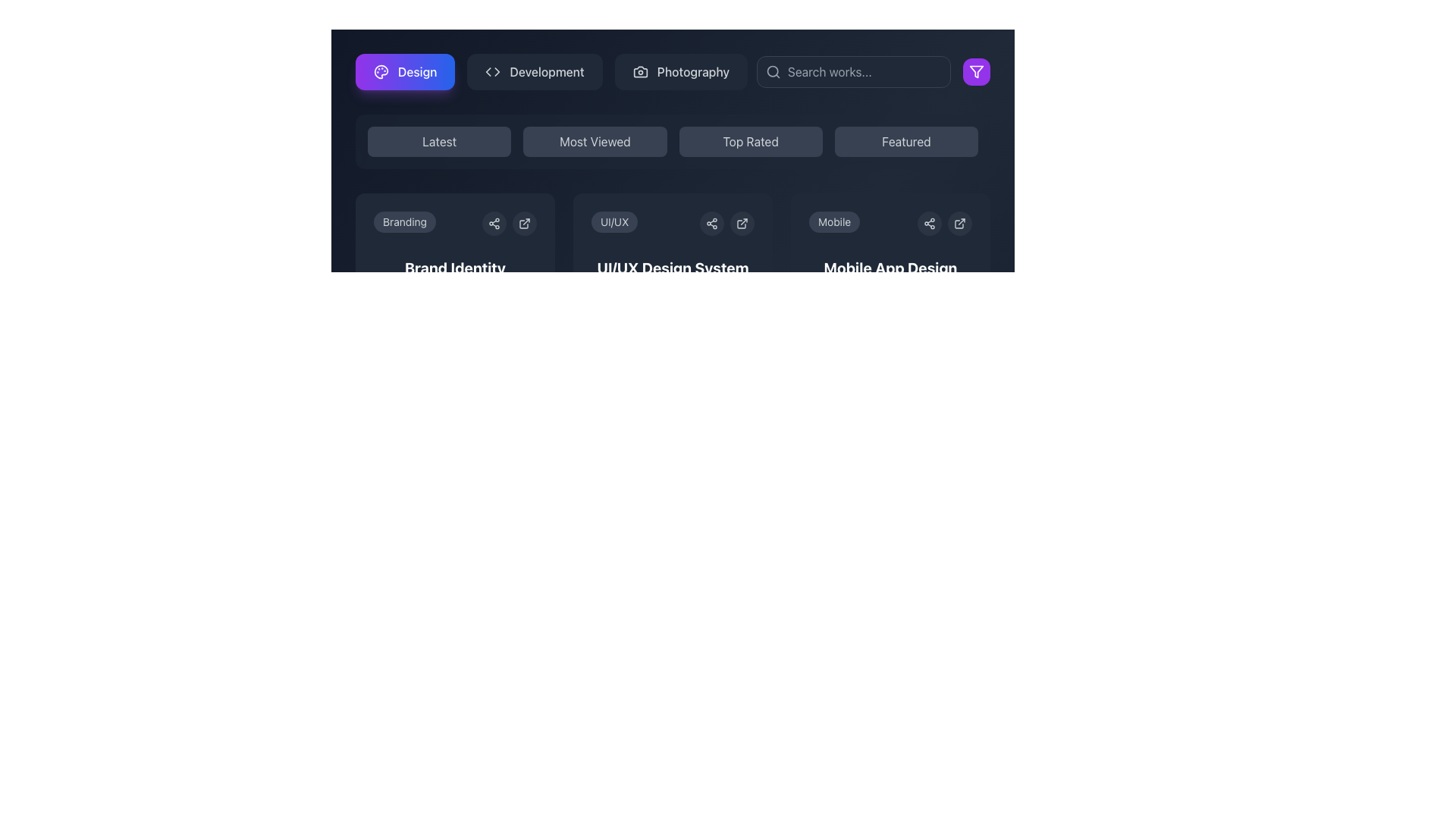  I want to click on the button labeled 'photography', which has a dark gray background and a camera icon on the left, so click(680, 72).